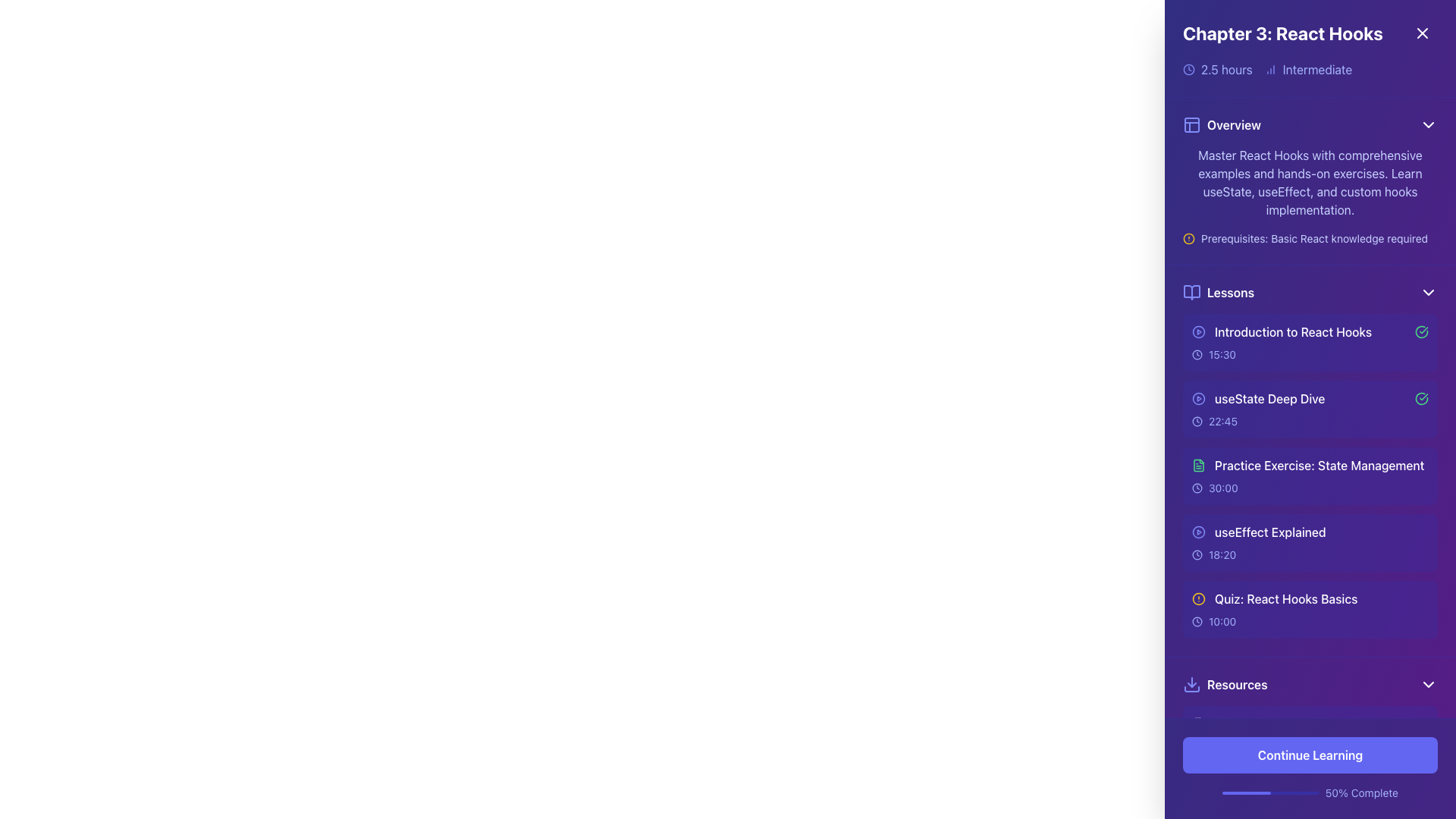 The image size is (1456, 819). What do you see at coordinates (1310, 769) in the screenshot?
I see `the 'Download ZIP' button located in the 'Resources' section of the sidebar to observe a background color change` at bounding box center [1310, 769].